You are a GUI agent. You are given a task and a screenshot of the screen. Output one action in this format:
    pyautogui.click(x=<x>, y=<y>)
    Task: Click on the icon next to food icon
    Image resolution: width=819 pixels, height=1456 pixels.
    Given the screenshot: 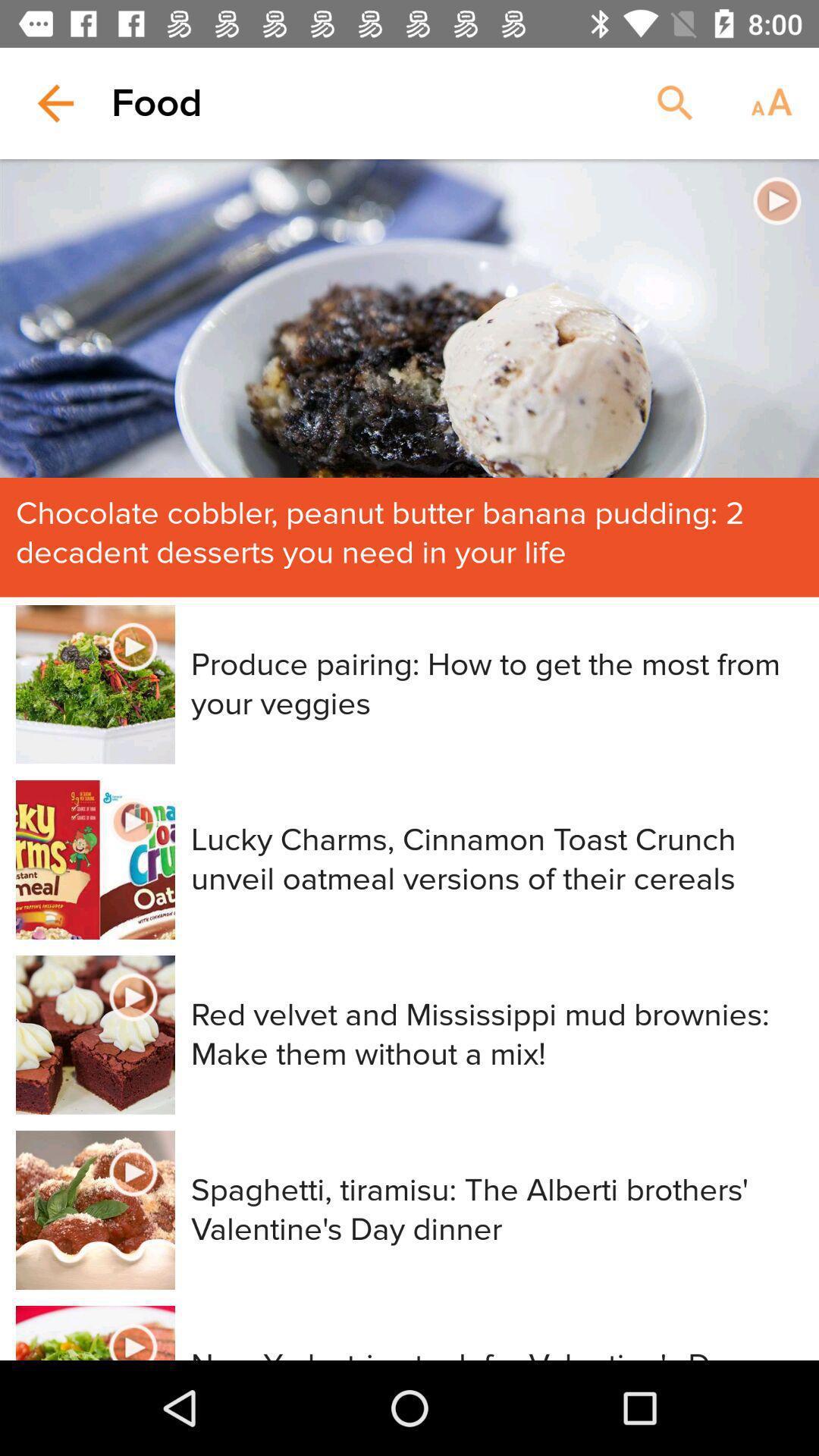 What is the action you would take?
    pyautogui.click(x=55, y=102)
    